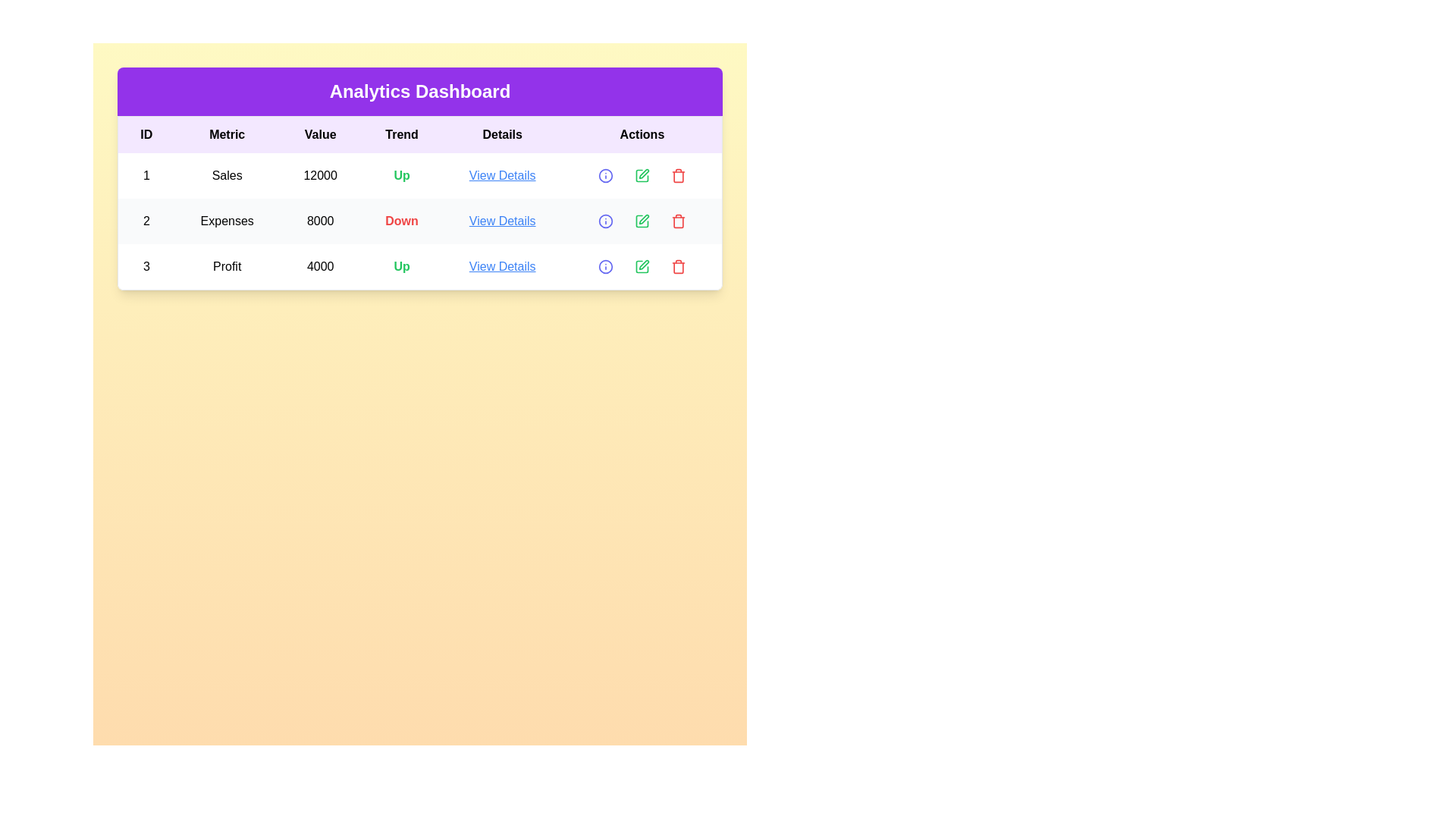  Describe the element at coordinates (419, 91) in the screenshot. I see `displayed header text 'Analytics Dashboard' which is styled in bold with a purple background and positioned at the top of the main content area` at that location.